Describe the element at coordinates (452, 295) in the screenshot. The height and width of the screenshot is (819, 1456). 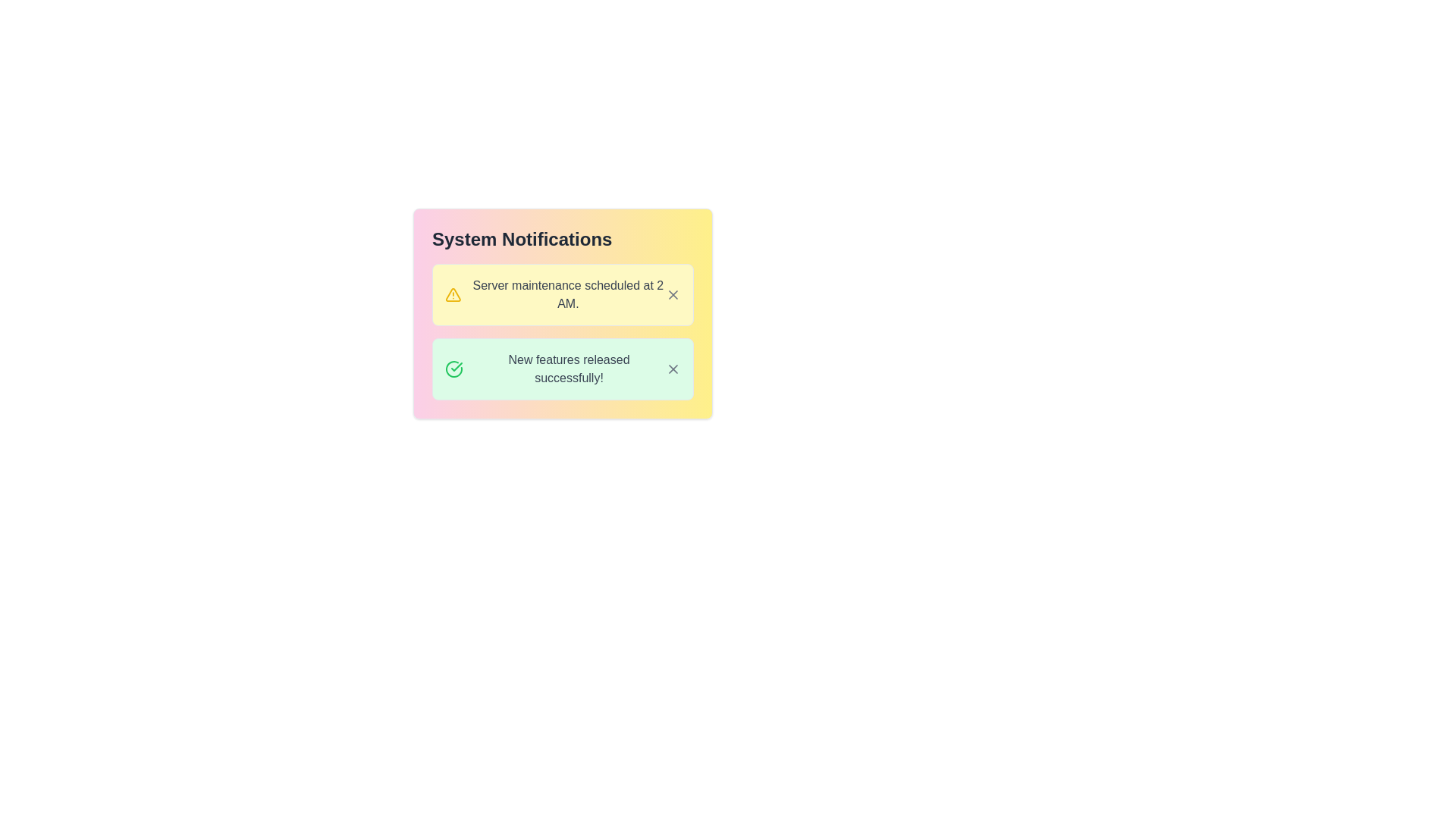
I see `the triangular warning icon located on the left side of the notification banner for the message 'Server maintenance scheduled at 2 AM.'` at that location.